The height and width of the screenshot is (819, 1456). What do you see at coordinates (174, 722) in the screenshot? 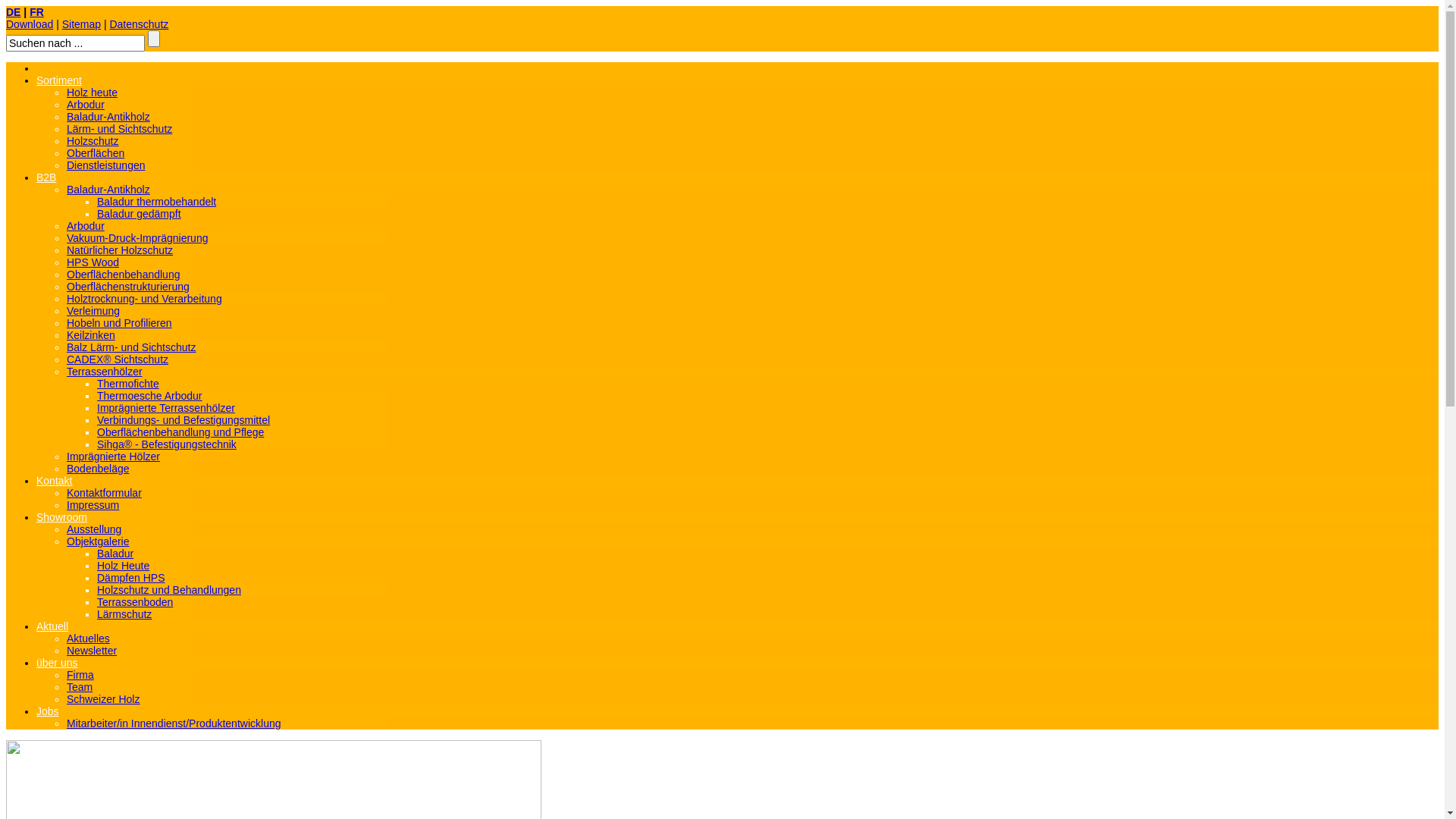
I see `'Mitarbeiter/in Innendienst/Produktentwicklung'` at bounding box center [174, 722].